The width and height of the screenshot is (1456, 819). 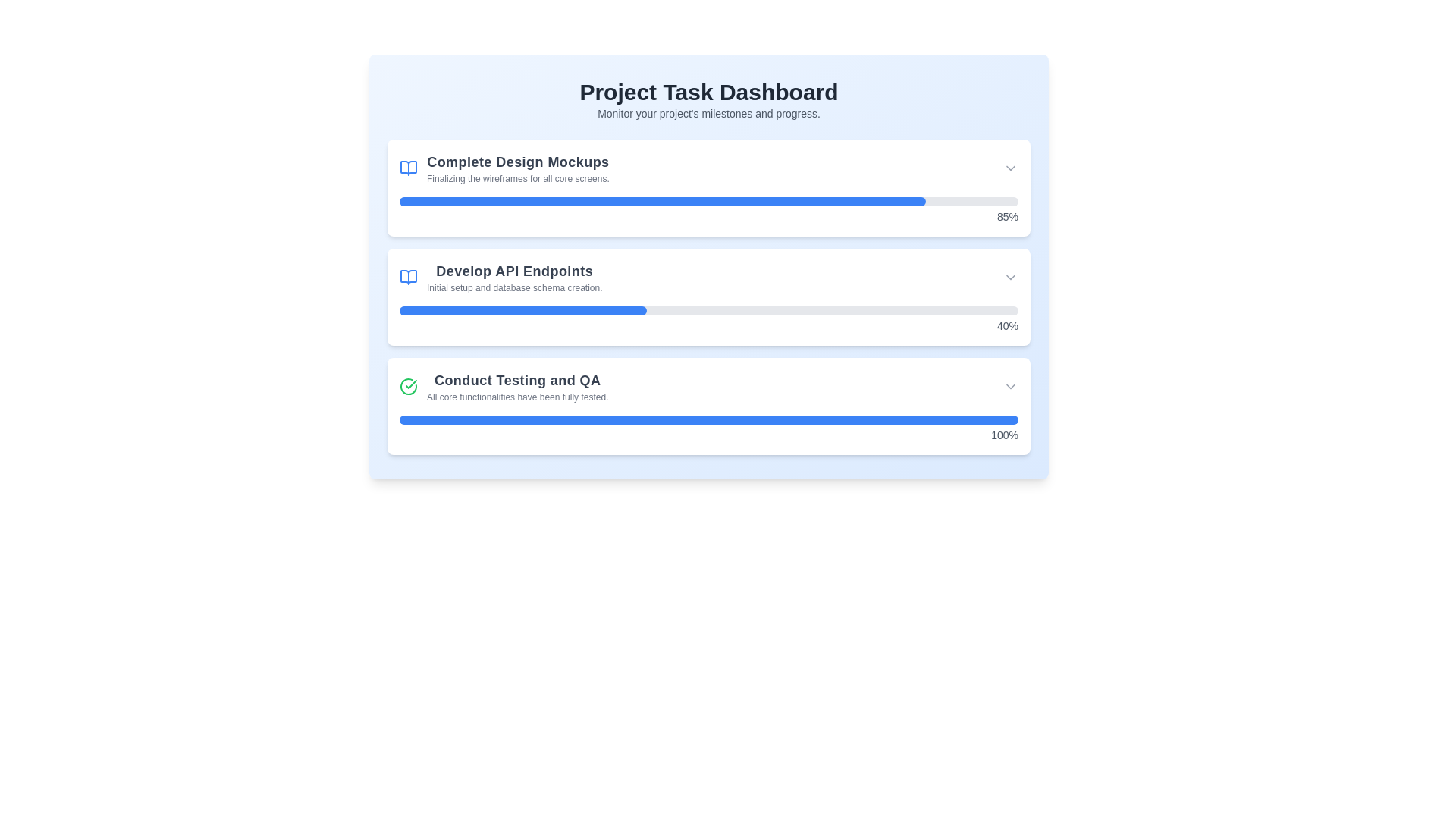 I want to click on the green circular icon with a checkmark indicating completion, located next to the text 'Conduct Testing and QA' in the third item of the task list, so click(x=408, y=385).